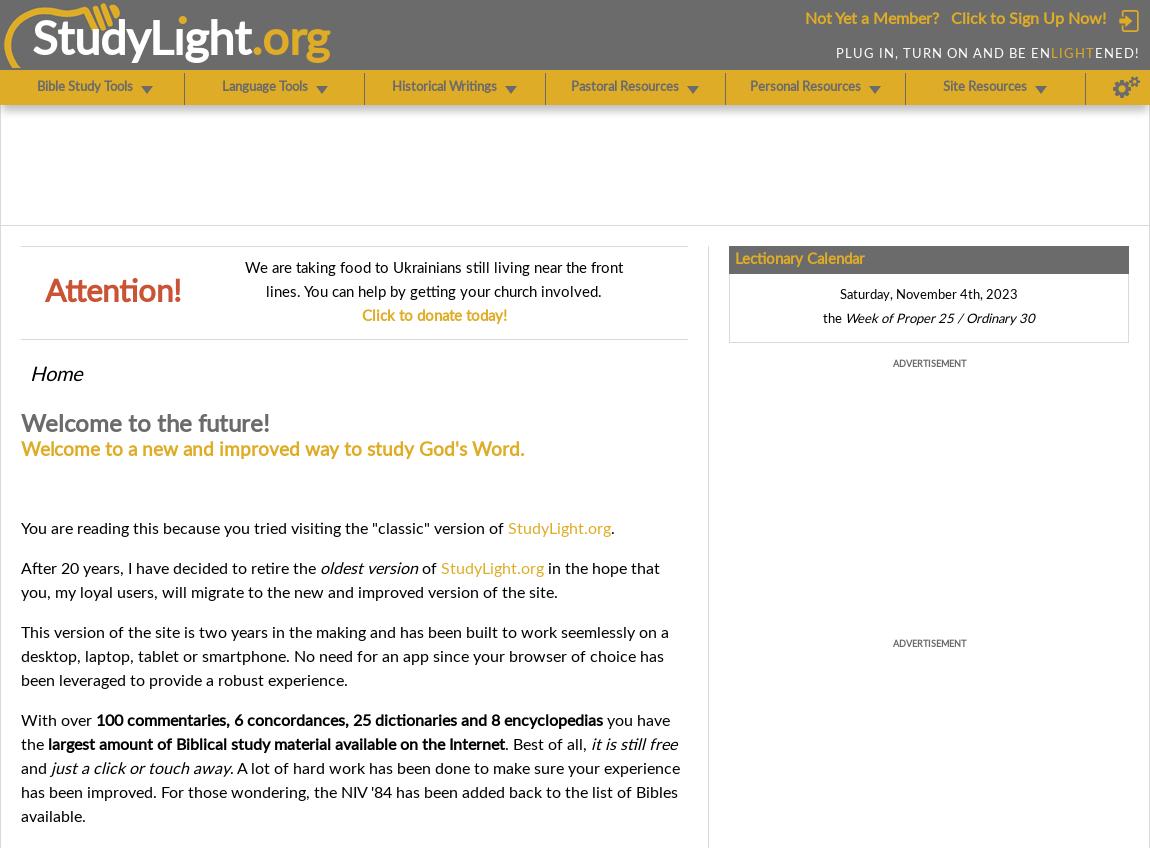 The width and height of the screenshot is (1150, 848). What do you see at coordinates (798, 258) in the screenshot?
I see `'Lectionary Calendar'` at bounding box center [798, 258].